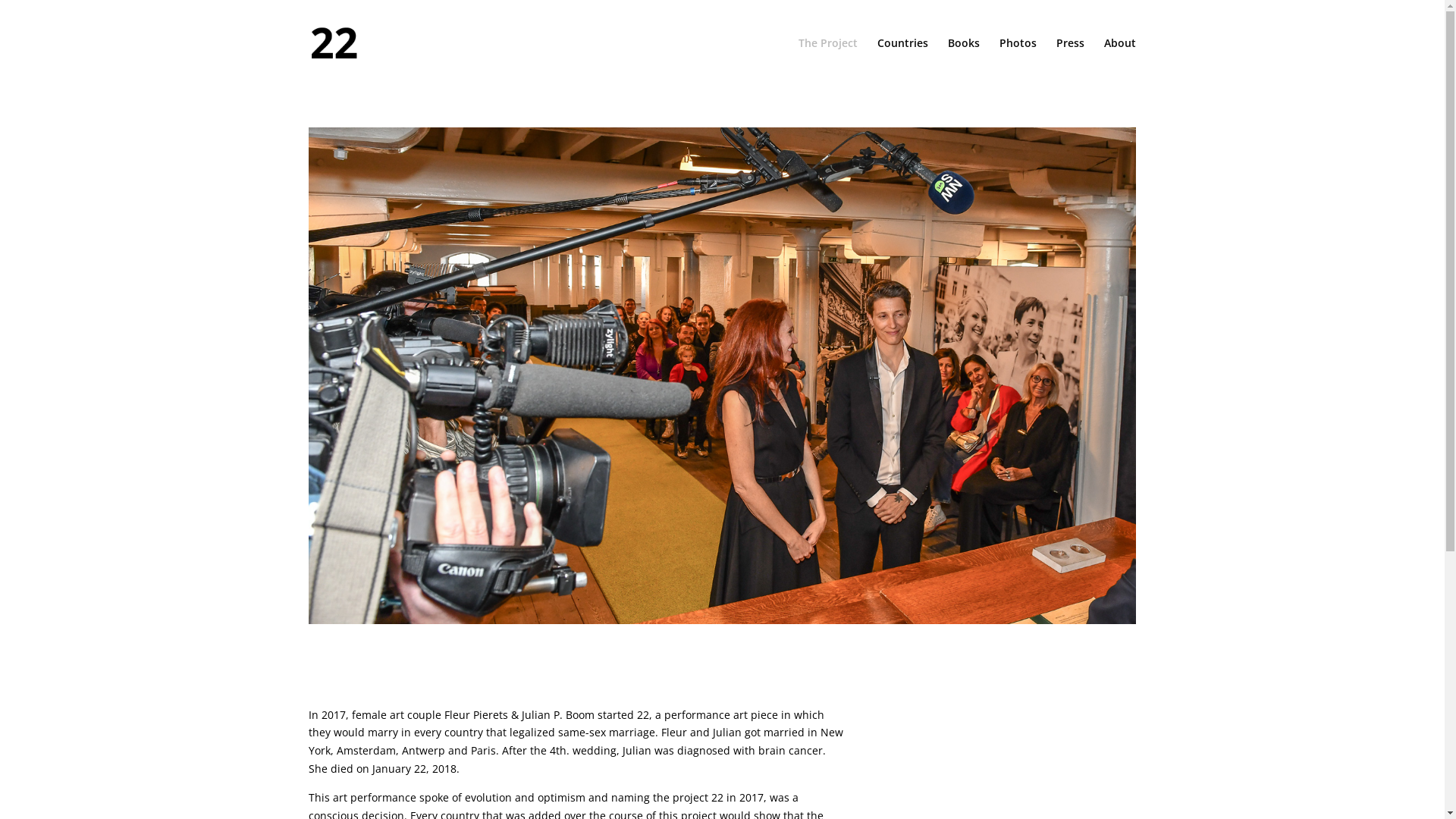  What do you see at coordinates (1069, 61) in the screenshot?
I see `'Press'` at bounding box center [1069, 61].